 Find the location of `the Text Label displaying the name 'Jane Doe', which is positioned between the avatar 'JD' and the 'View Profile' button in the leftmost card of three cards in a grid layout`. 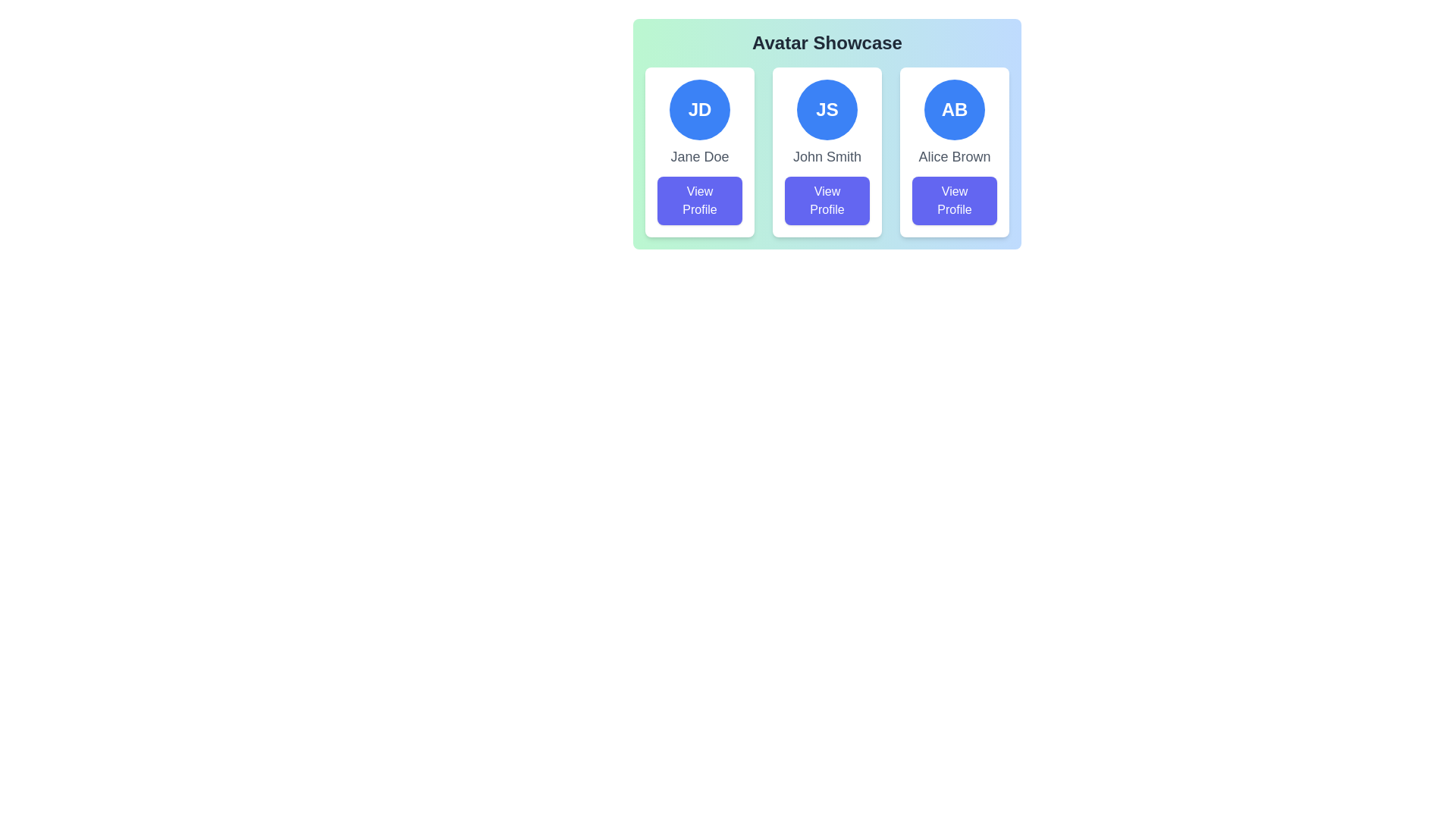

the Text Label displaying the name 'Jane Doe', which is positioned between the avatar 'JD' and the 'View Profile' button in the leftmost card of three cards in a grid layout is located at coordinates (698, 157).